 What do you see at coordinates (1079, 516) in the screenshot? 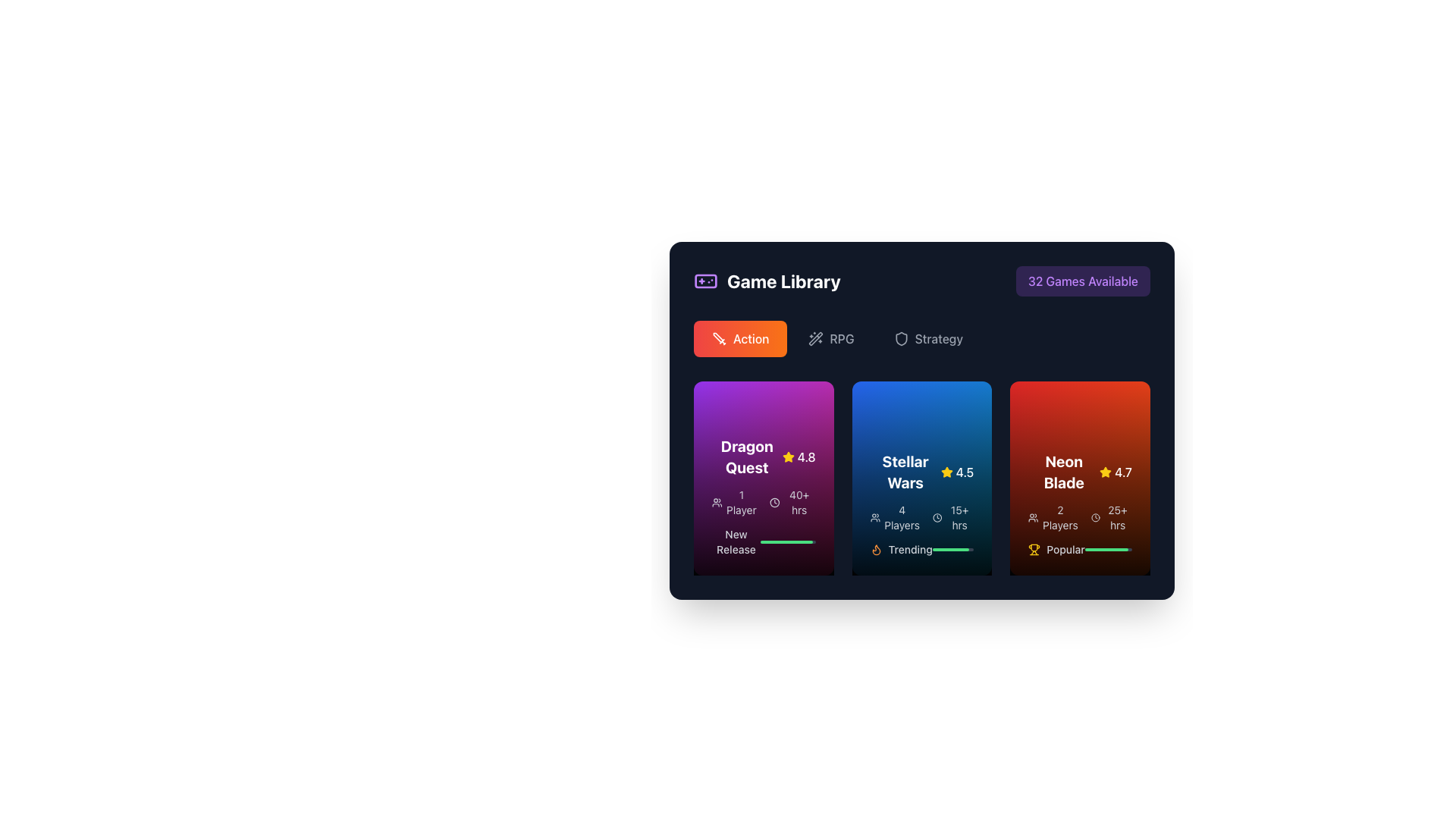
I see `the Information display element that shows '2 Players' and '25+ hrs' on the 'Neon Blade' card in the game library grid` at bounding box center [1079, 516].